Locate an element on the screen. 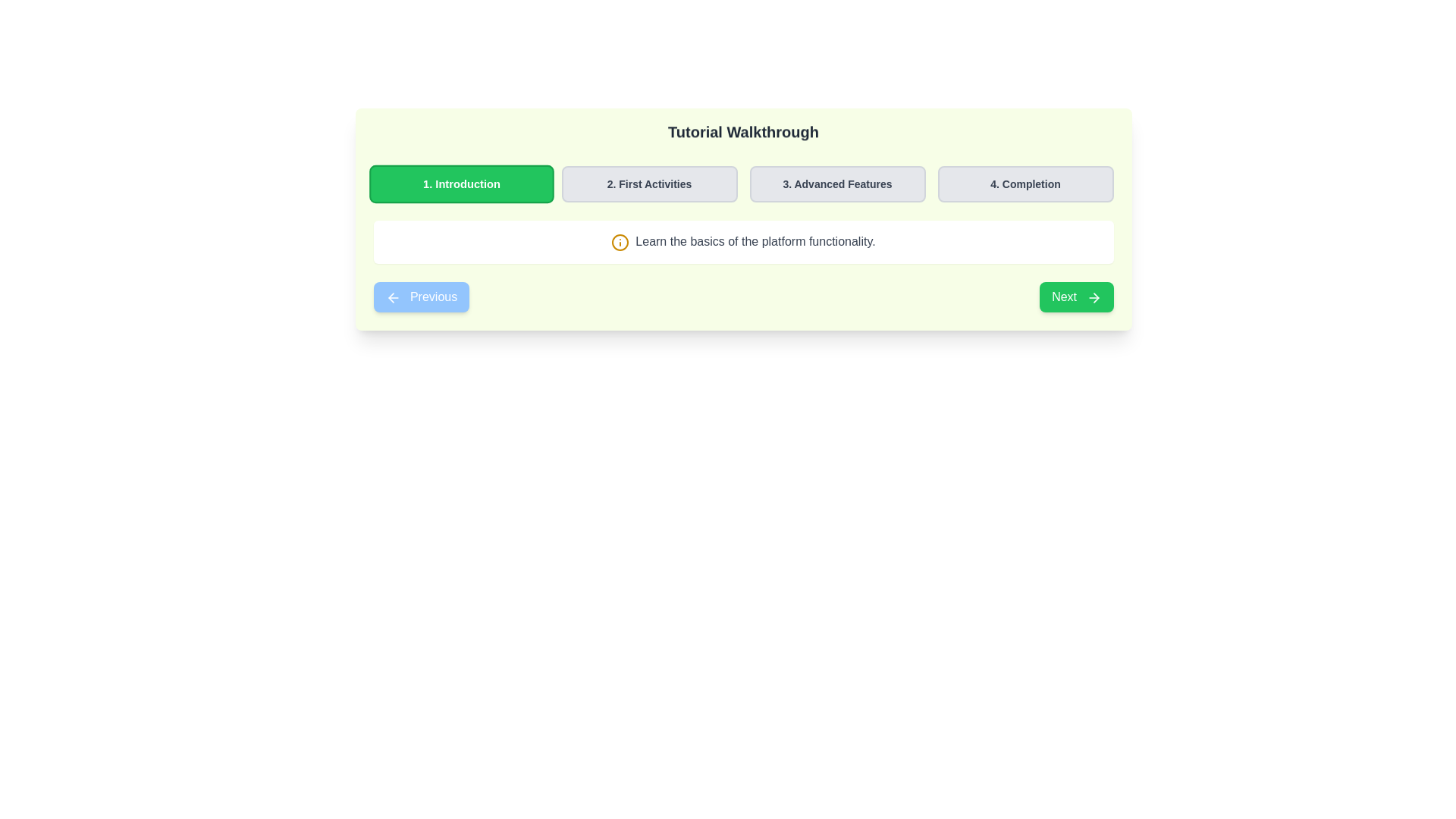 The height and width of the screenshot is (819, 1456). the circular graphical element with a prominent outline, which is part of an icon located to the left of the text 'Learn the basics of the platform functionality.' is located at coordinates (620, 241).